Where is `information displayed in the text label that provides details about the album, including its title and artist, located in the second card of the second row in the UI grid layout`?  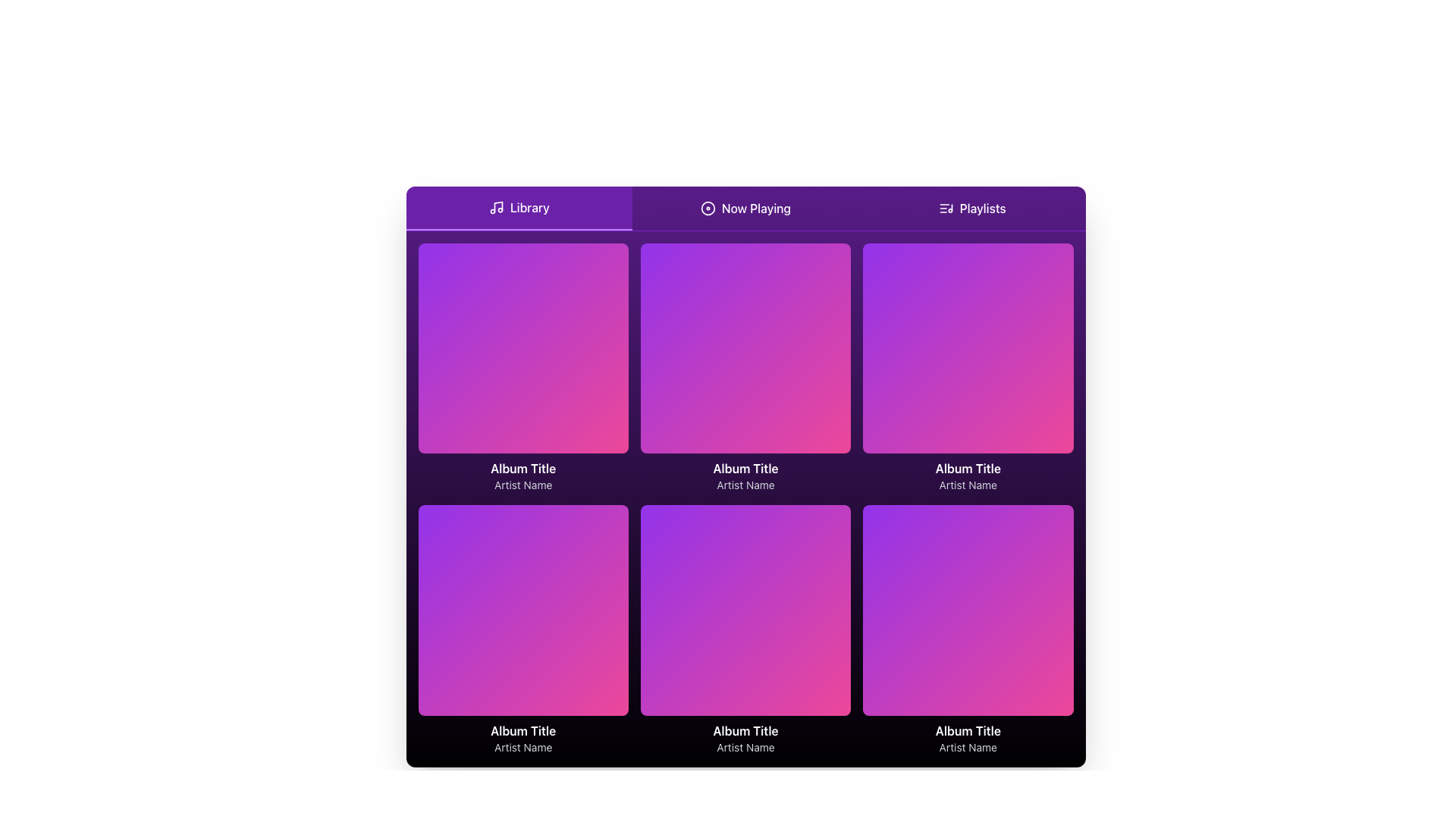 information displayed in the text label that provides details about the album, including its title and artist, located in the second card of the second row in the UI grid layout is located at coordinates (745, 475).